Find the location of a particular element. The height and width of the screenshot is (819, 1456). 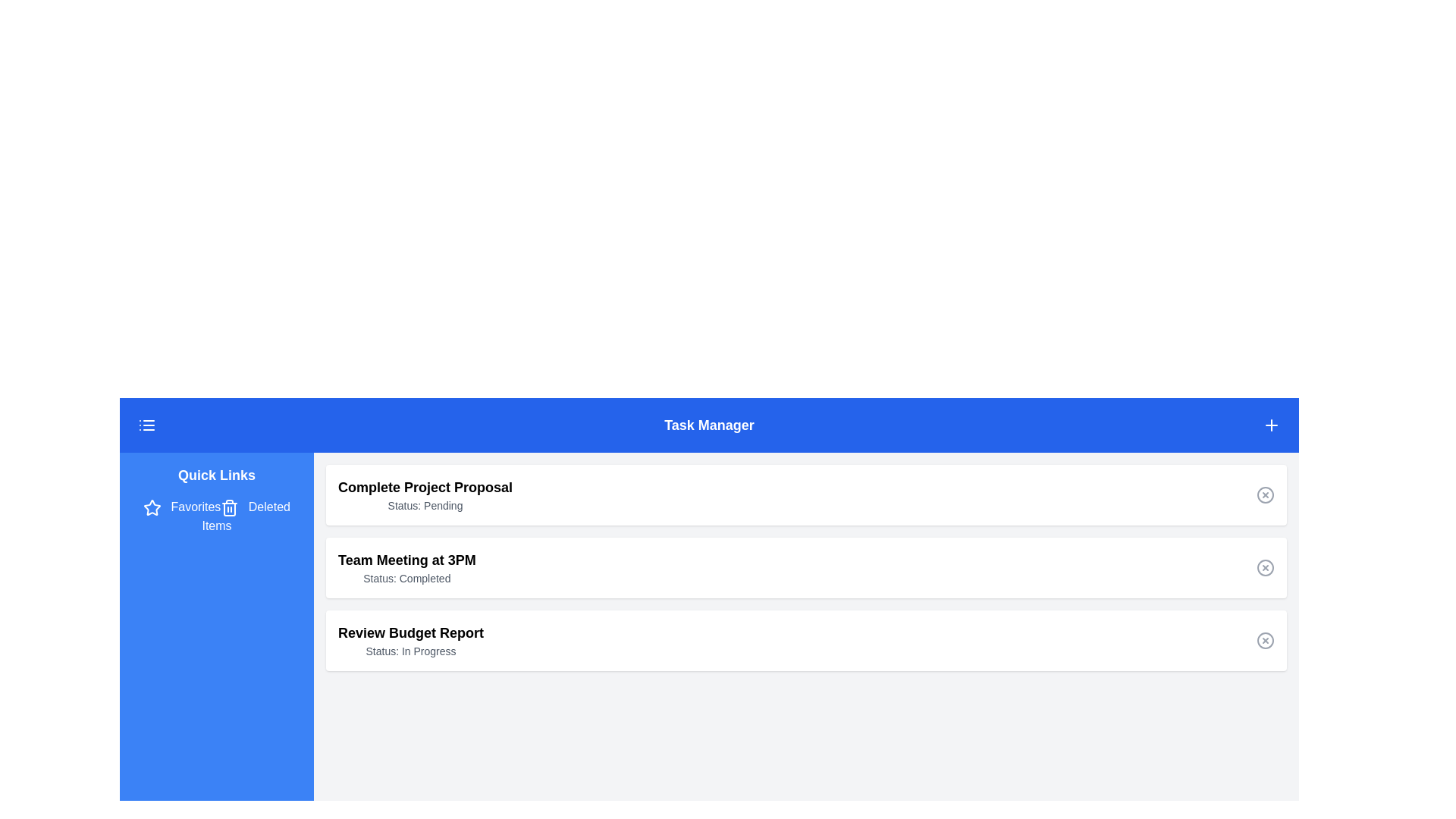

the 'Deleted Items' hyperlink located in the left navigation panel below the 'Favorites' link is located at coordinates (246, 515).